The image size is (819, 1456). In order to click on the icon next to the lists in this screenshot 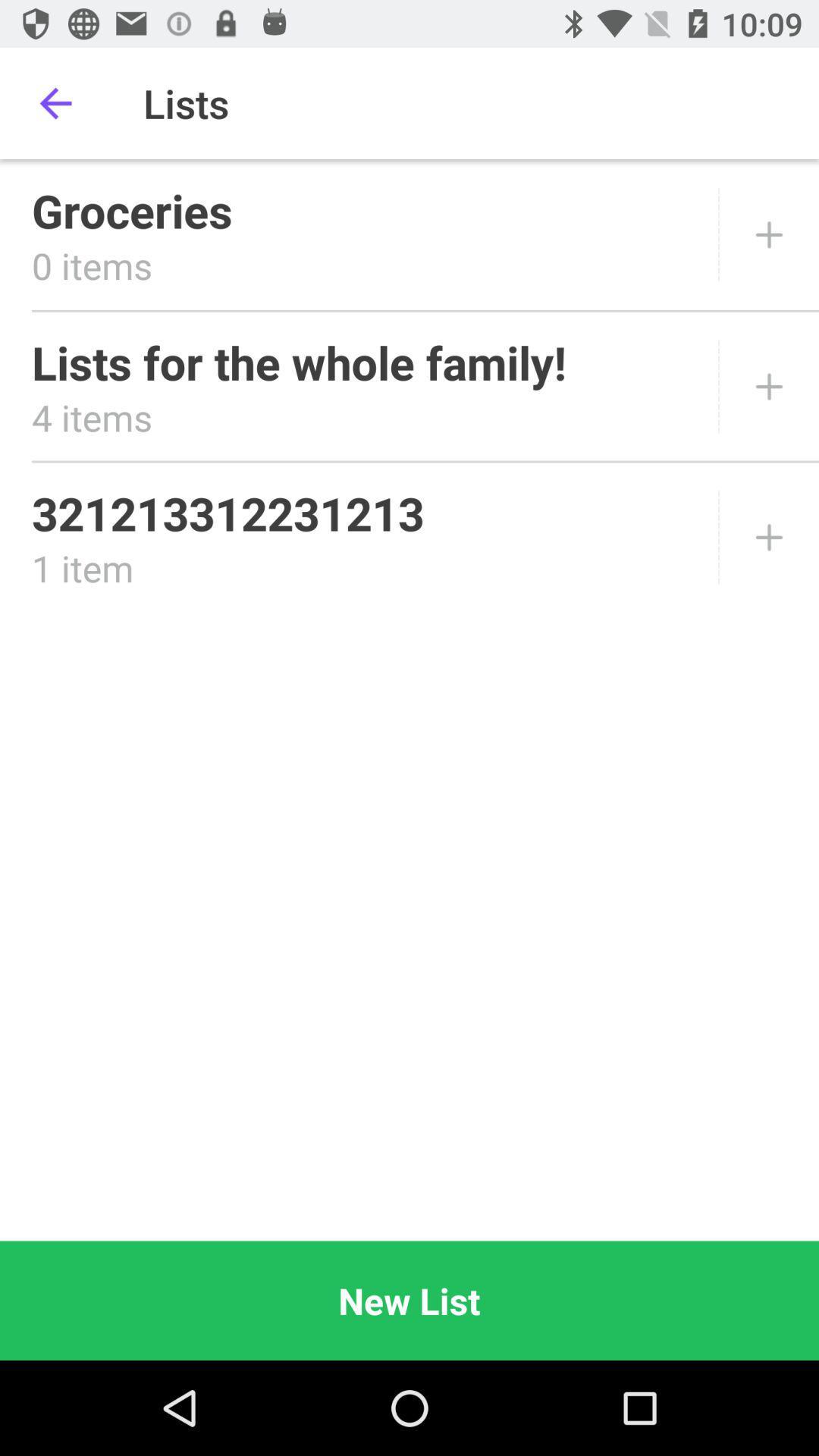, I will do `click(55, 102)`.